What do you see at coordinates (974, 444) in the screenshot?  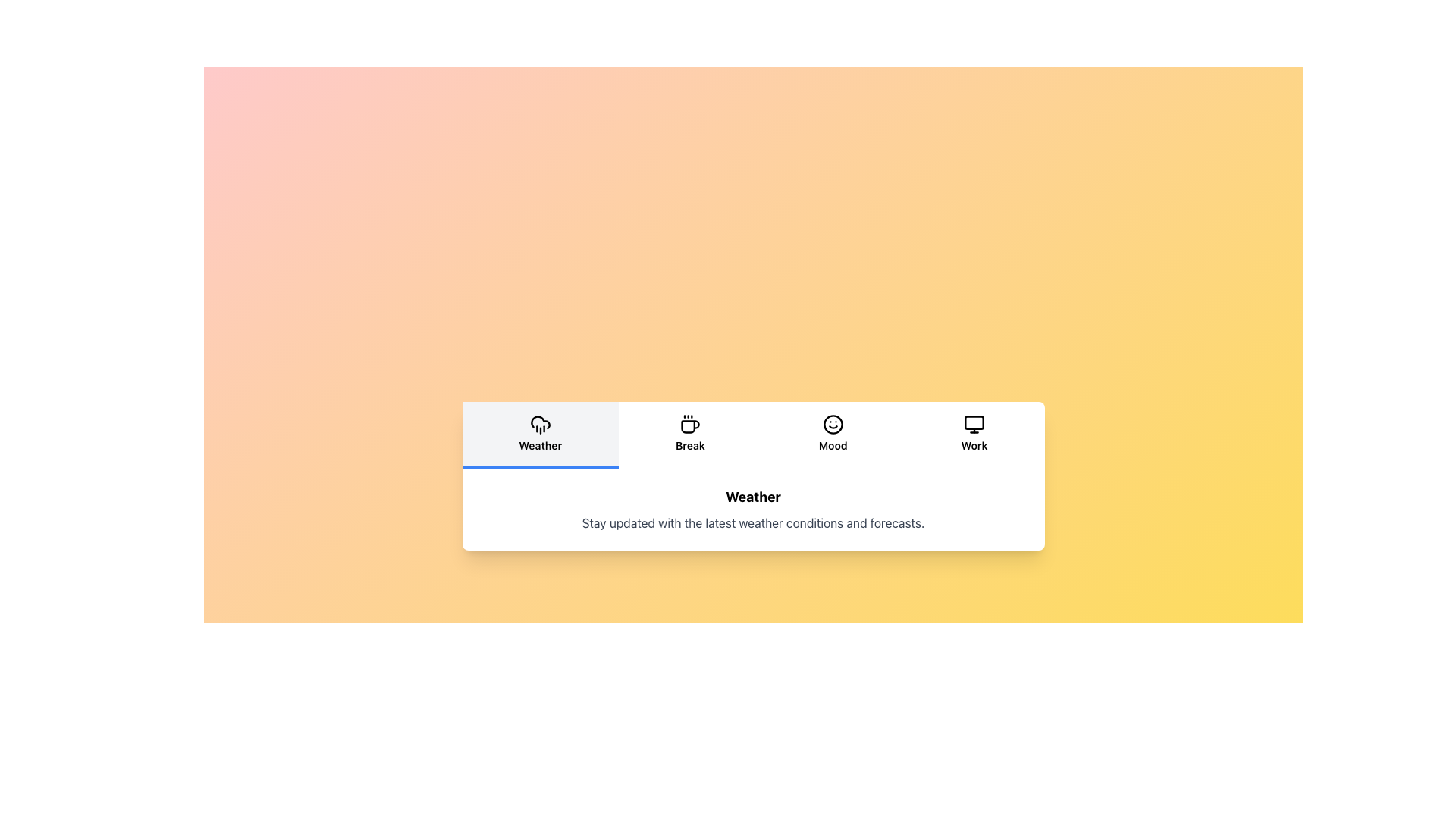 I see `the text label displaying 'Work', which is positioned beneath the computer monitor icon as the last item in a horizontal set of options` at bounding box center [974, 444].